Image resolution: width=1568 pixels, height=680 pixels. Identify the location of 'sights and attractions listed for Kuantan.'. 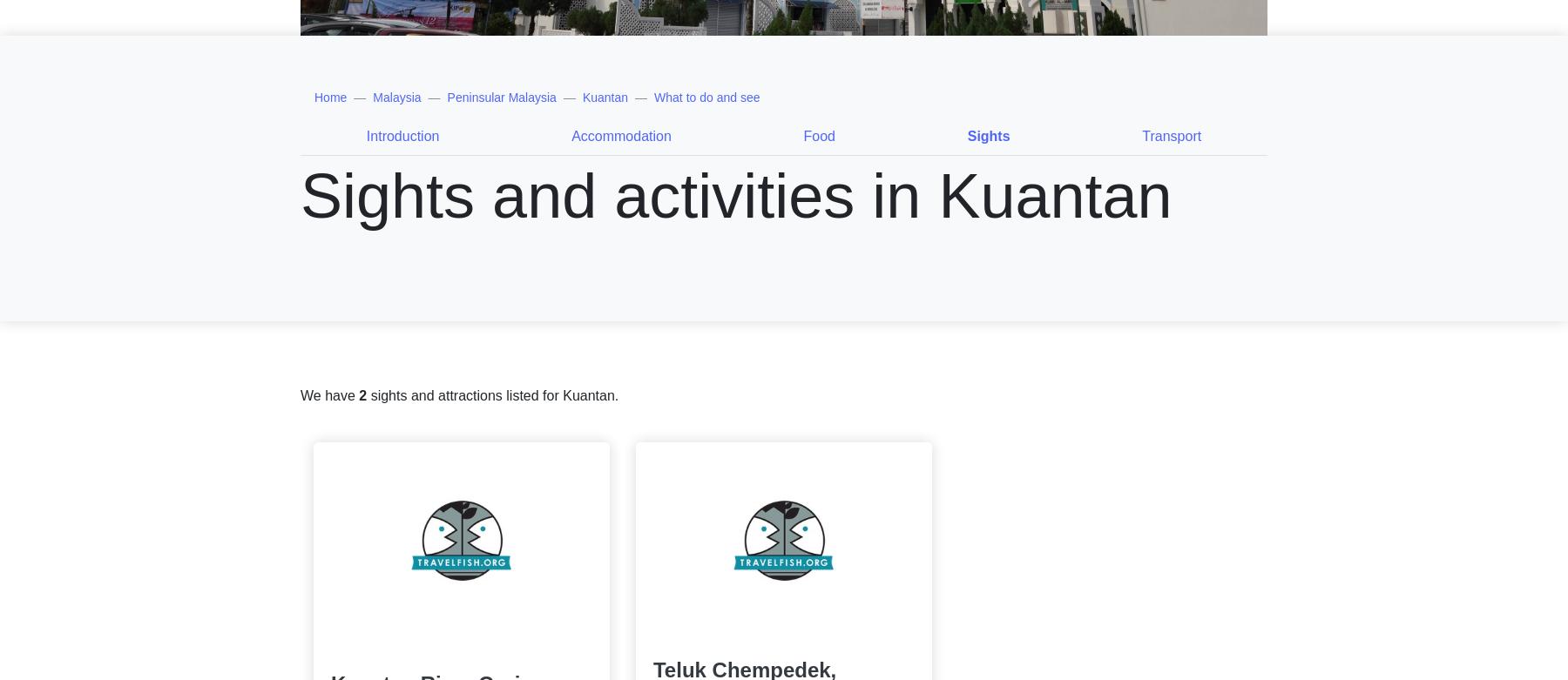
(492, 394).